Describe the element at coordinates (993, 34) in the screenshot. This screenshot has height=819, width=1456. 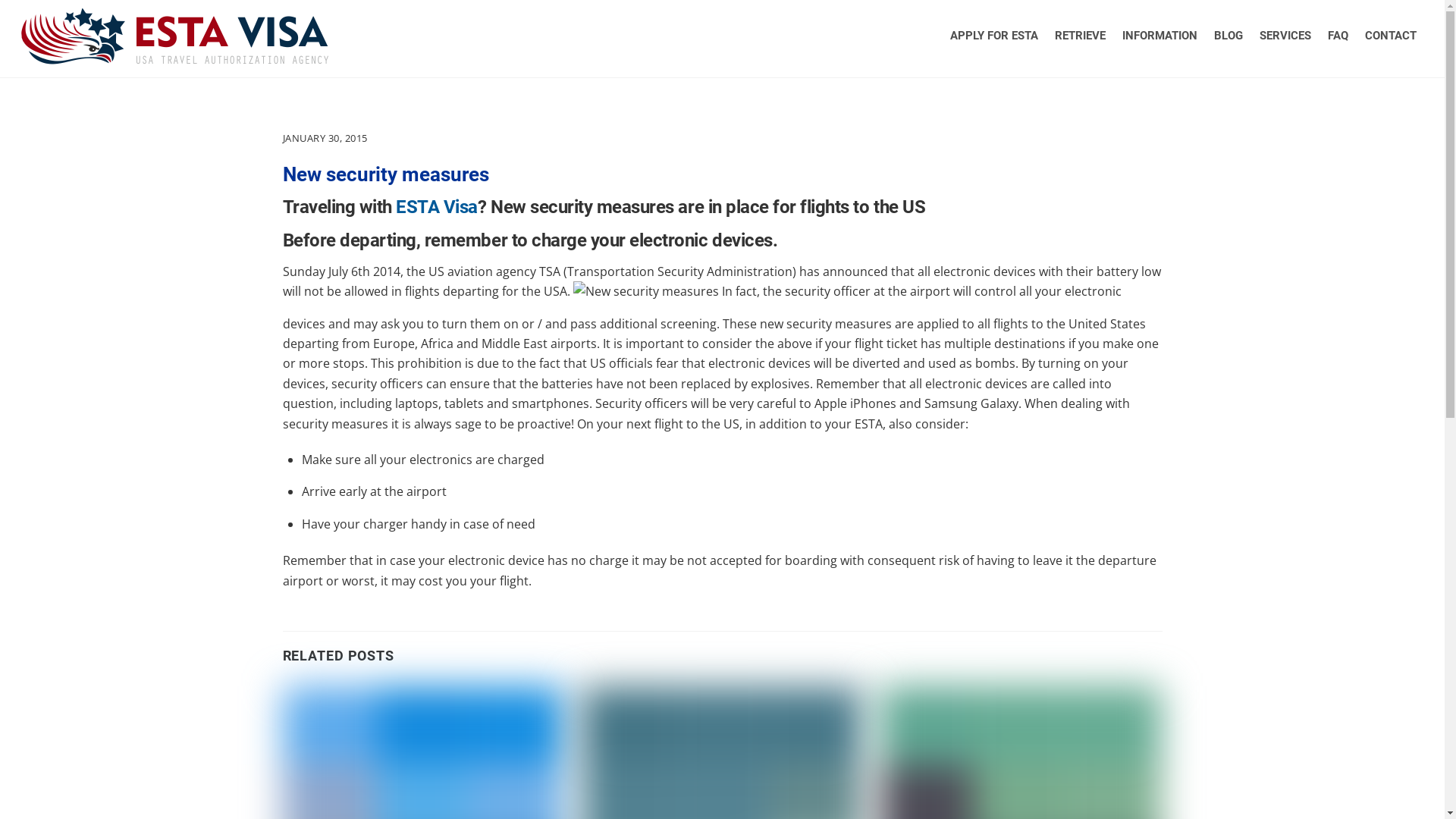
I see `'APPLY FOR ESTA'` at that location.